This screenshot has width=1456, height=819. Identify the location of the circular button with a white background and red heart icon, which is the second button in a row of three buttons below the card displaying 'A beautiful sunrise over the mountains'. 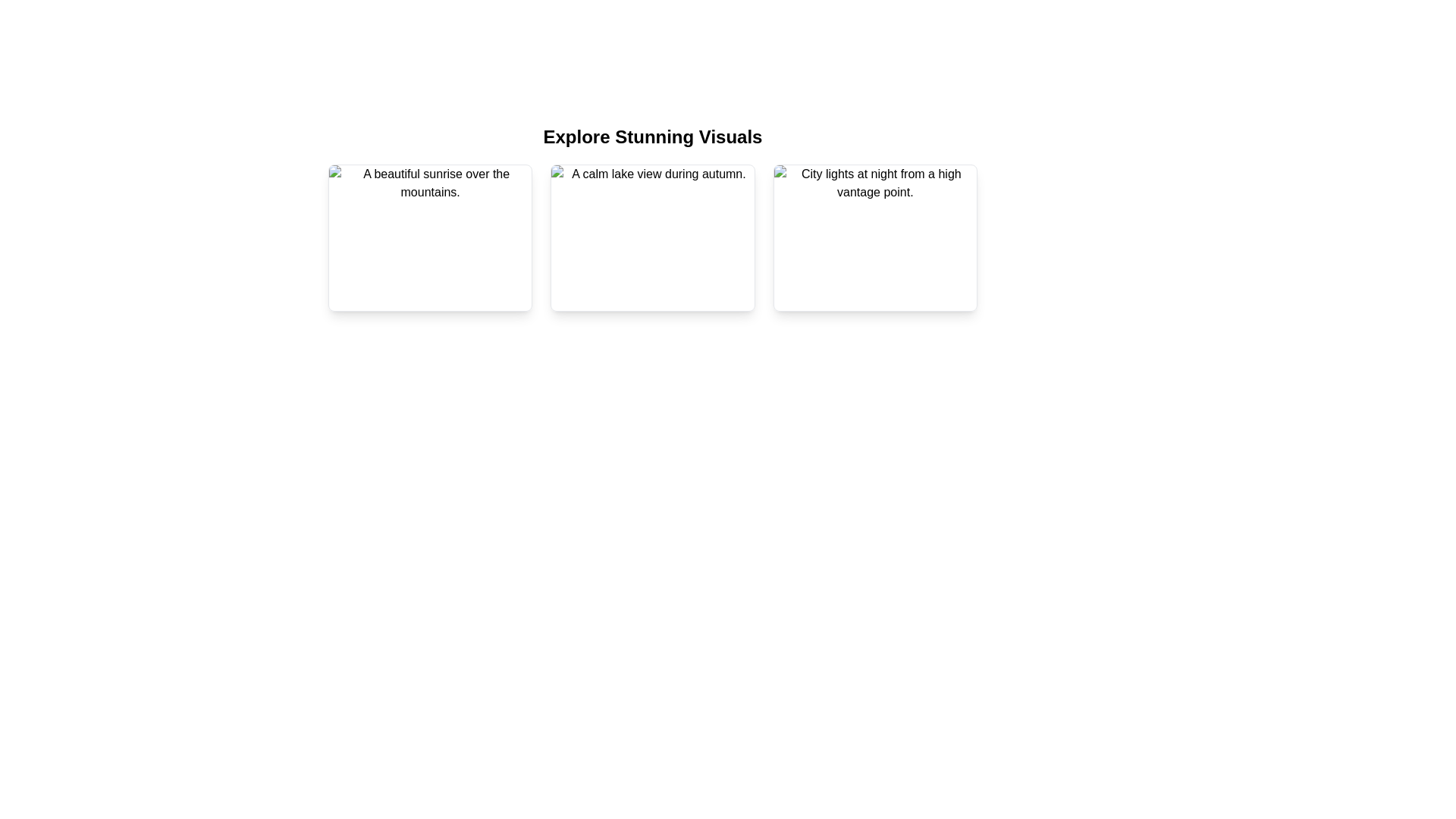
(382, 294).